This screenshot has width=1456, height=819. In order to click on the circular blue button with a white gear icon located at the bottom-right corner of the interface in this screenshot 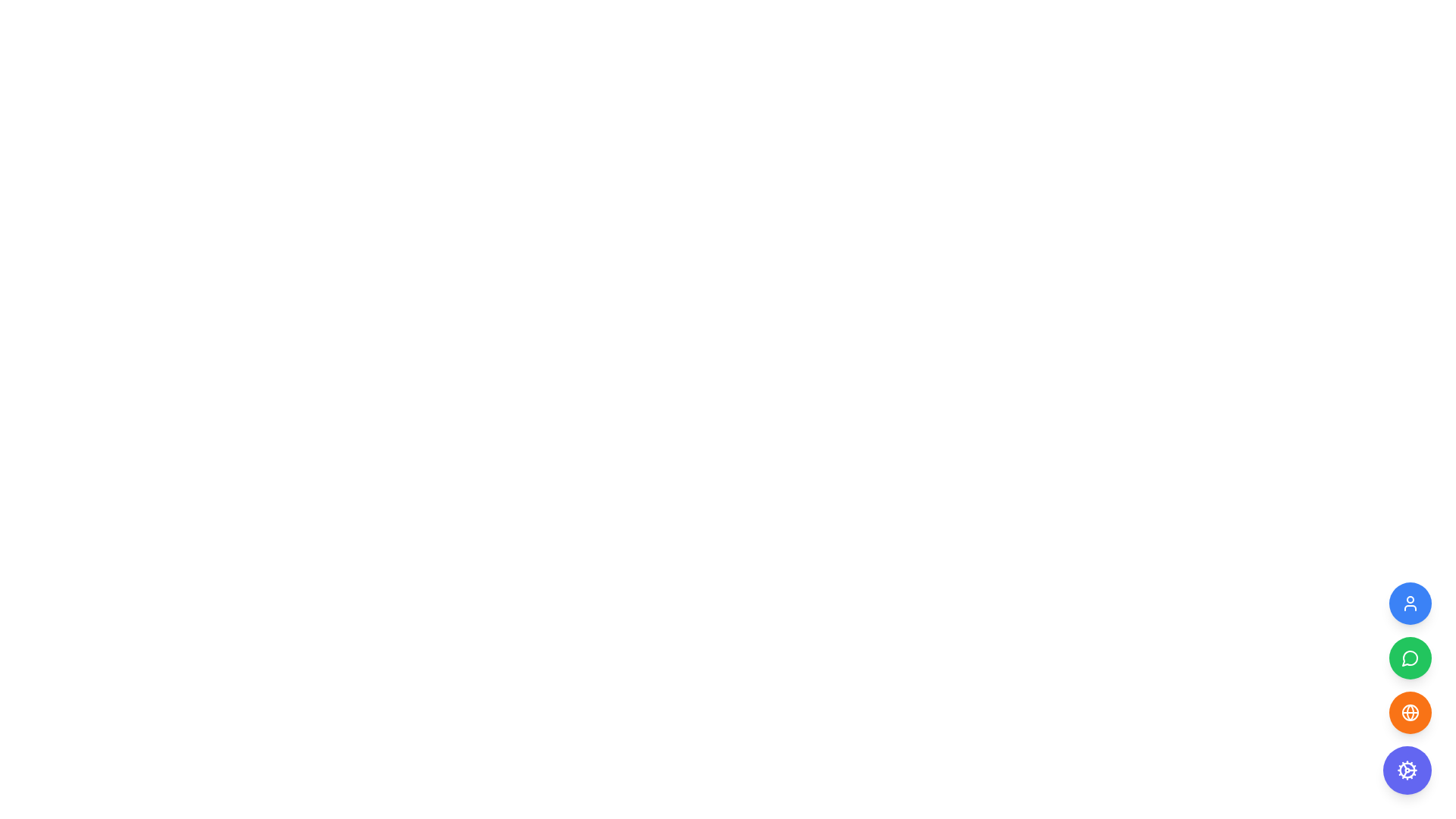, I will do `click(1407, 770)`.